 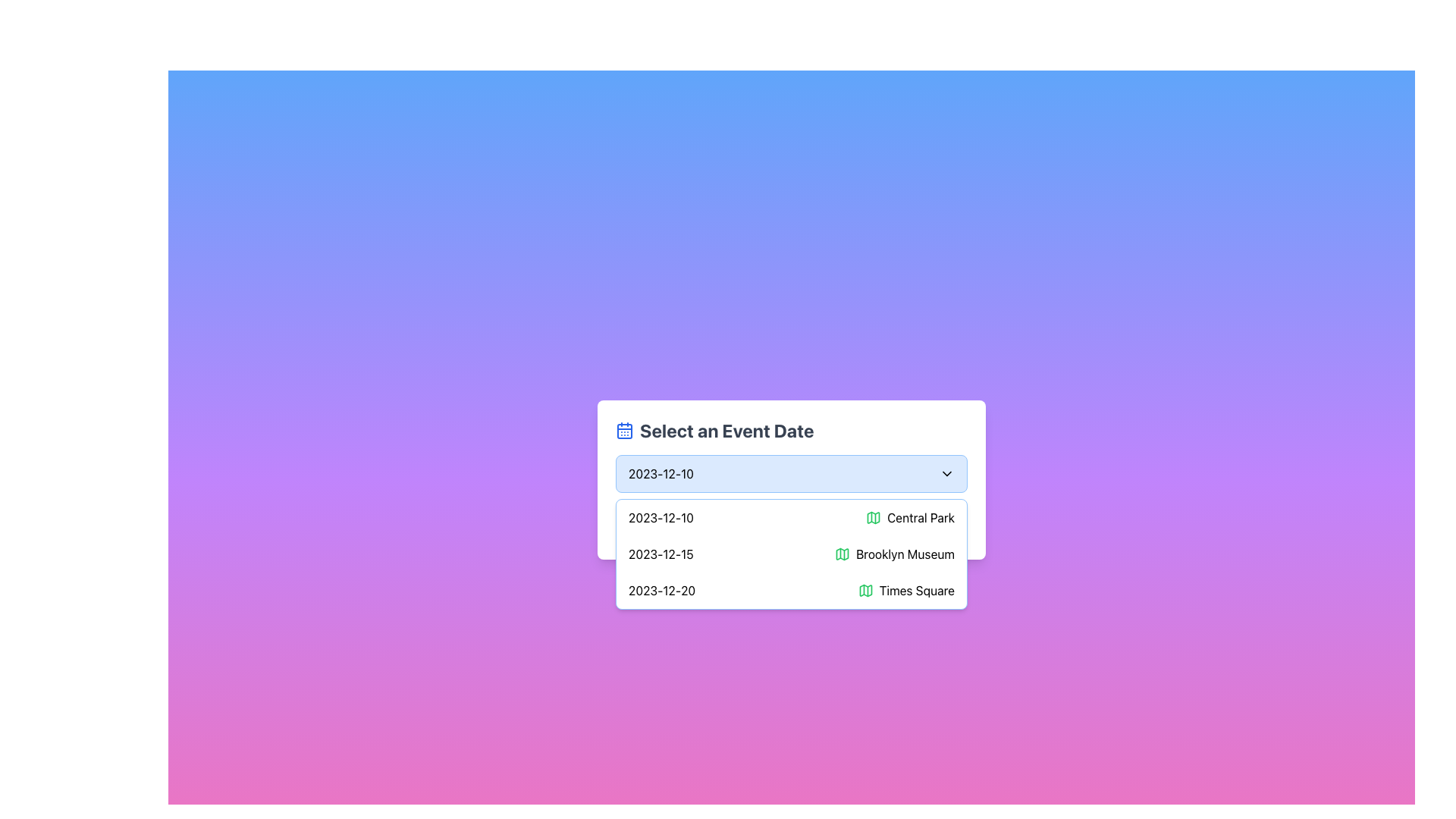 What do you see at coordinates (895, 554) in the screenshot?
I see `the informative text and icon representing an event venue for the date '2023-12-15' in the dropdown list` at bounding box center [895, 554].